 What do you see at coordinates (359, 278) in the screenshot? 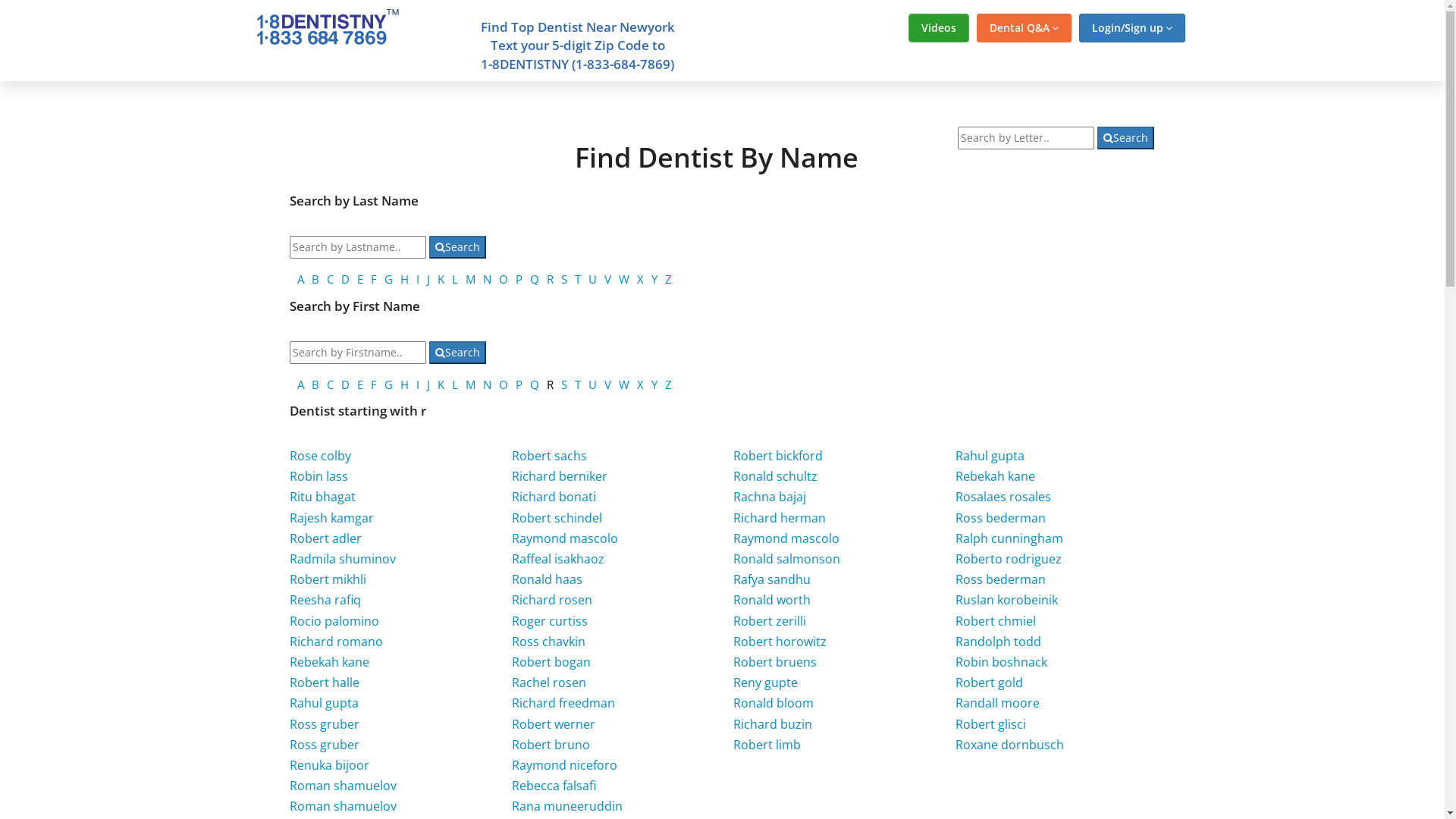
I see `'E'` at bounding box center [359, 278].